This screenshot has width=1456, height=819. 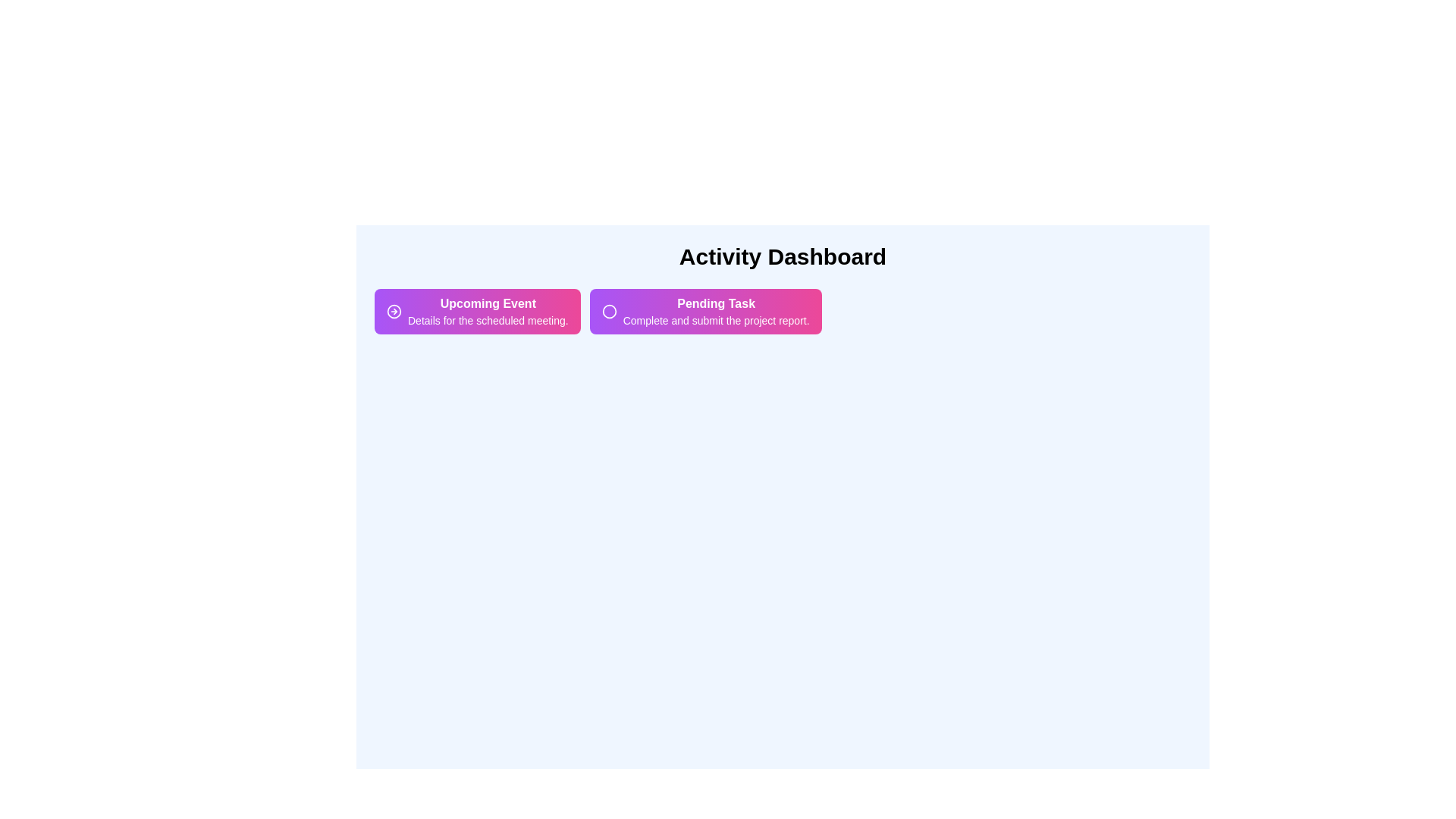 What do you see at coordinates (475, 311) in the screenshot?
I see `the activity chip labeled 'Upcoming Event' to trigger its visual feedback` at bounding box center [475, 311].